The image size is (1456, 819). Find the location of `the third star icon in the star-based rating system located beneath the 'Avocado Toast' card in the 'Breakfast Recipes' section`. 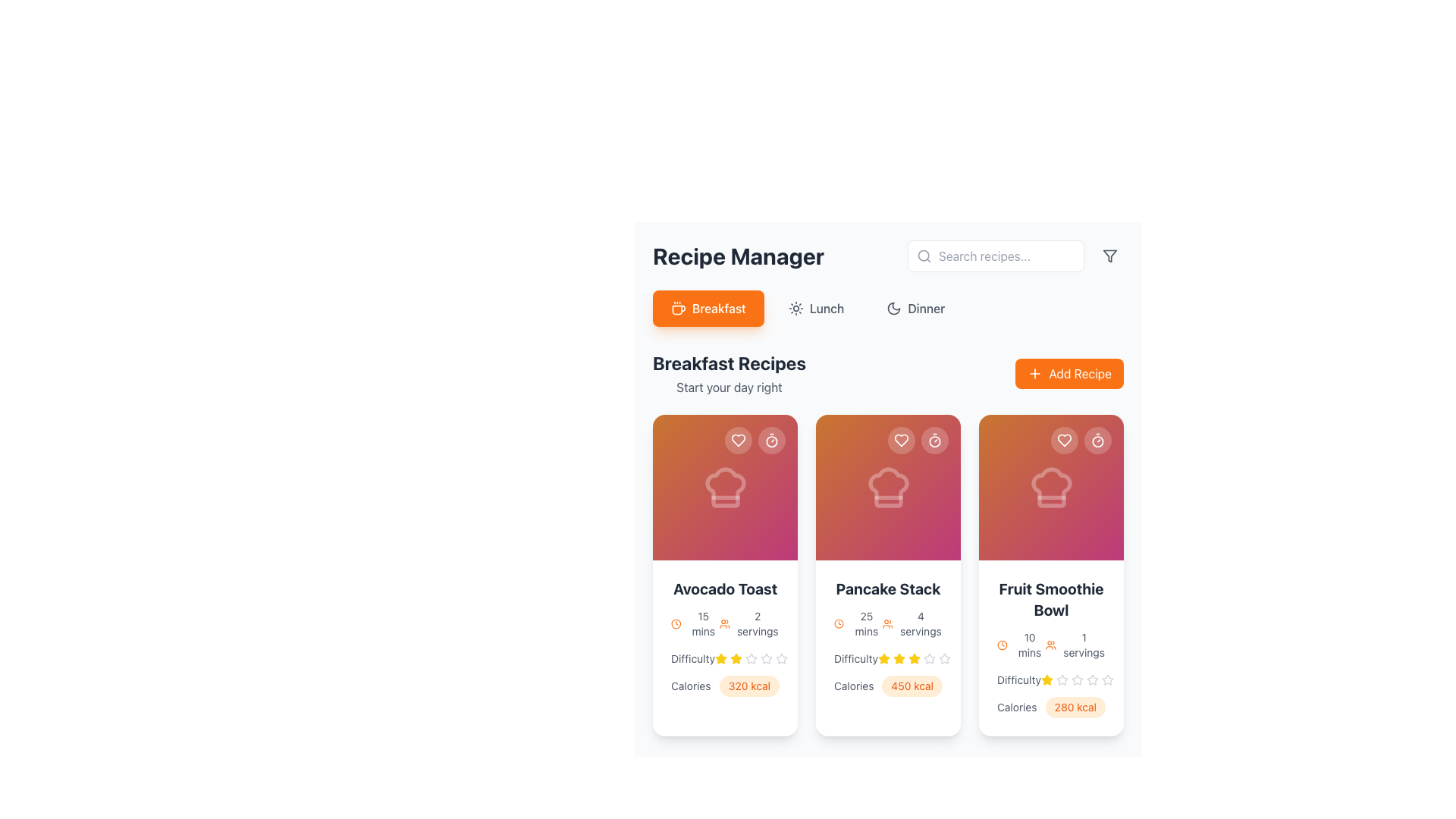

the third star icon in the star-based rating system located beneath the 'Avocado Toast' card in the 'Breakfast Recipes' section is located at coordinates (736, 657).